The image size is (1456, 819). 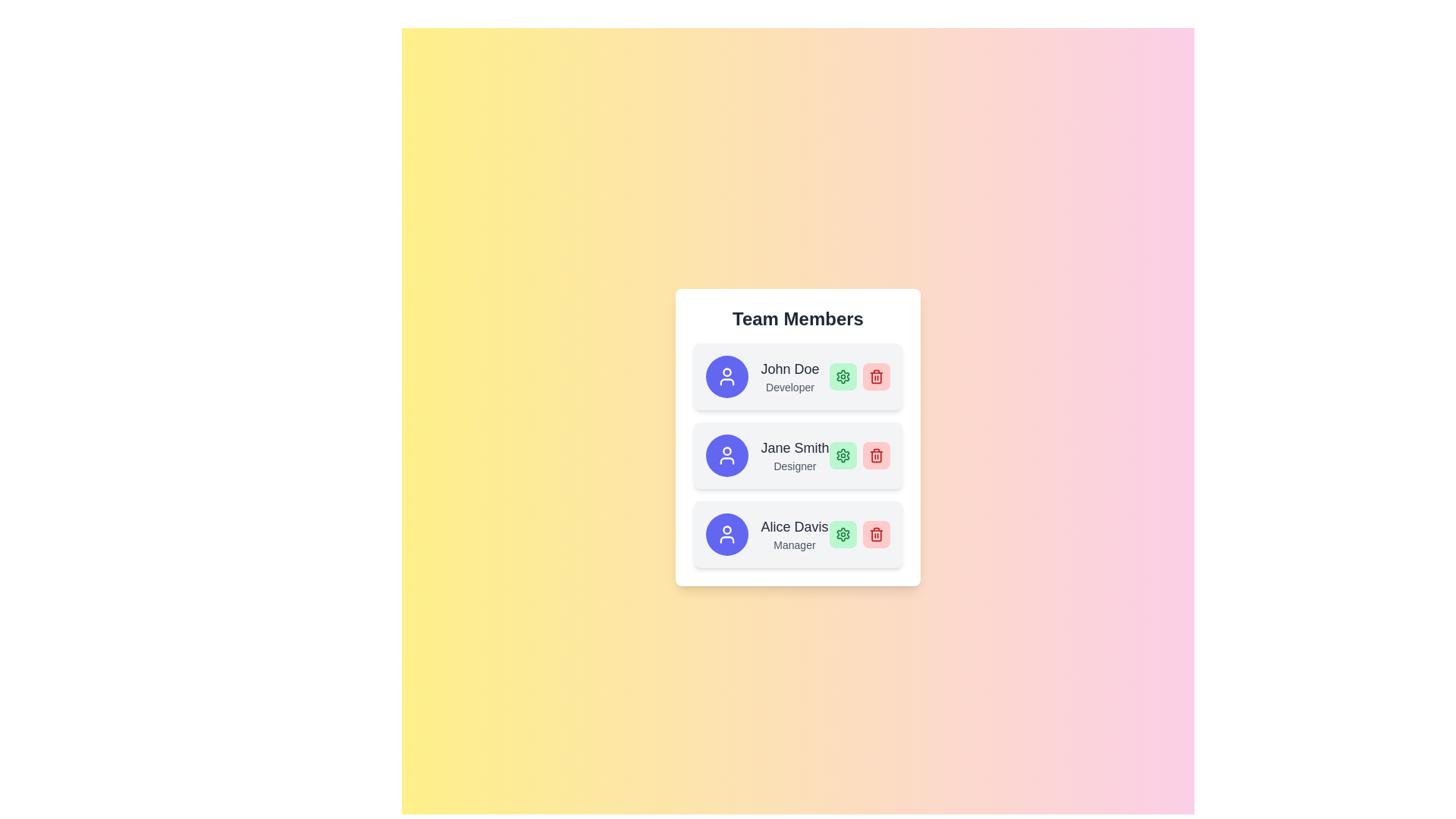 What do you see at coordinates (793, 534) in the screenshot?
I see `the text group displaying 'Alice Davis' and 'Manager', which is located within the last team member card at the bottom of the list` at bounding box center [793, 534].